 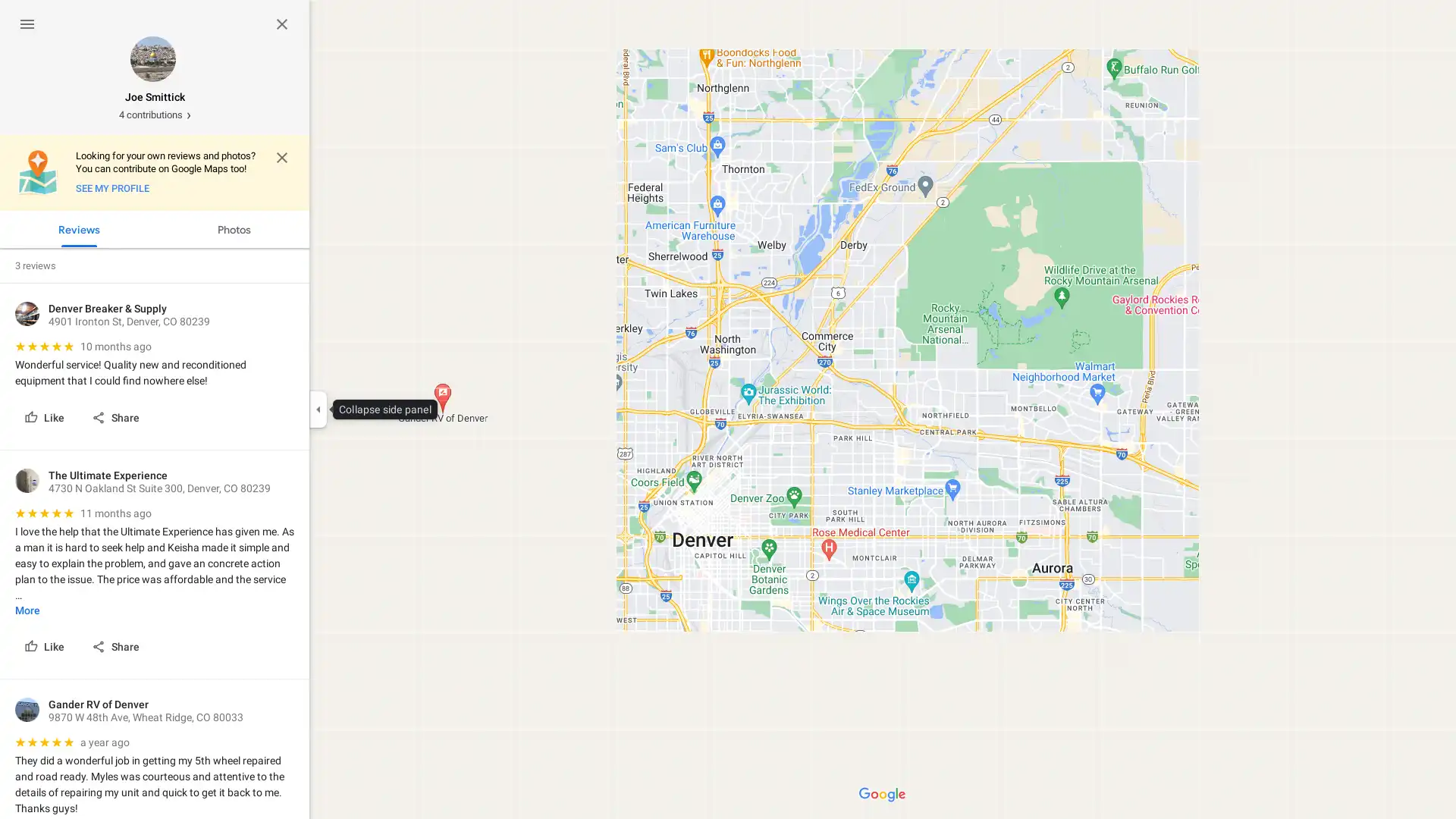 I want to click on See more, so click(x=27, y=609).